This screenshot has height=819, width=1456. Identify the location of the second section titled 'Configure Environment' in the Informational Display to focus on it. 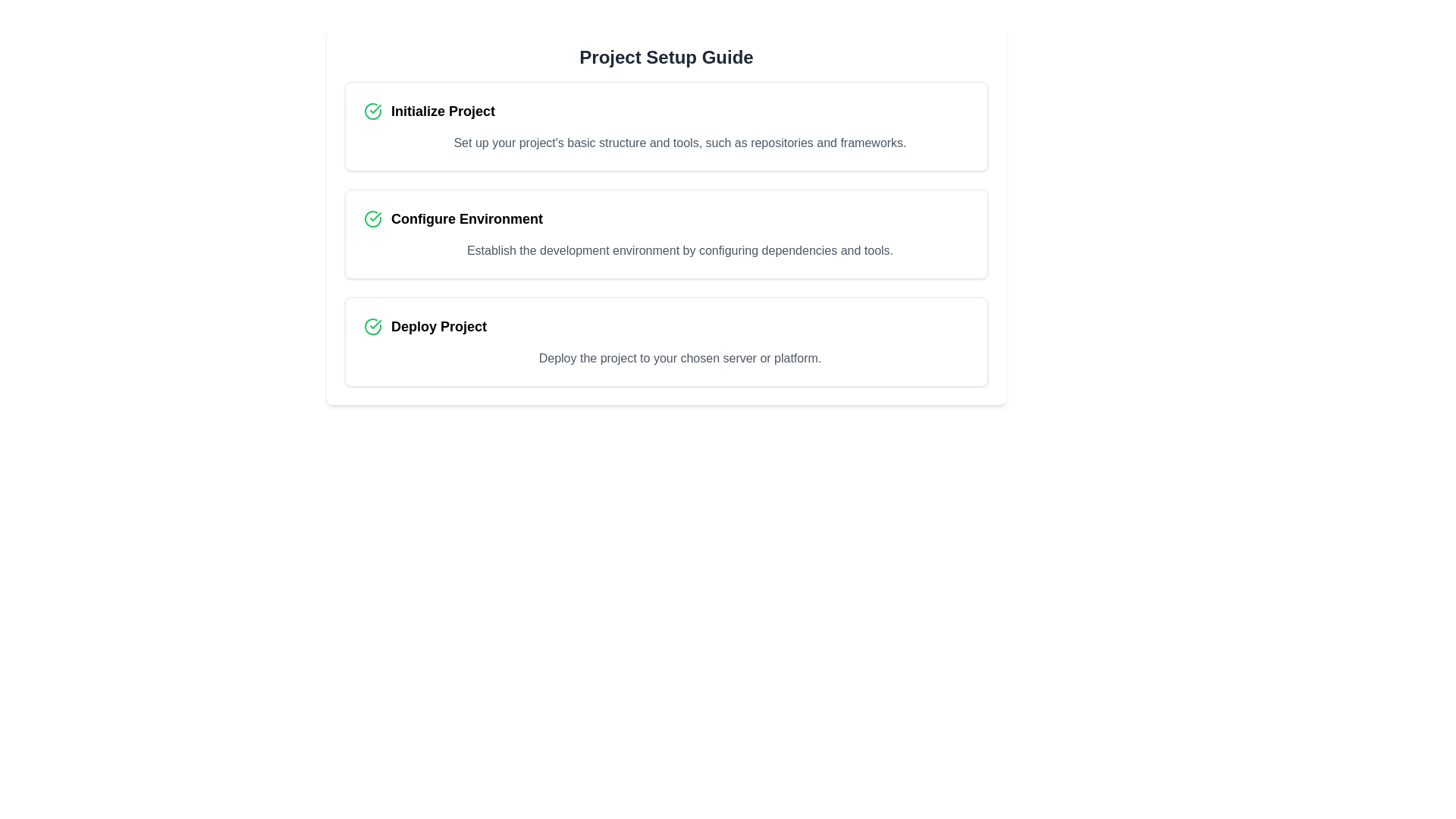
(666, 234).